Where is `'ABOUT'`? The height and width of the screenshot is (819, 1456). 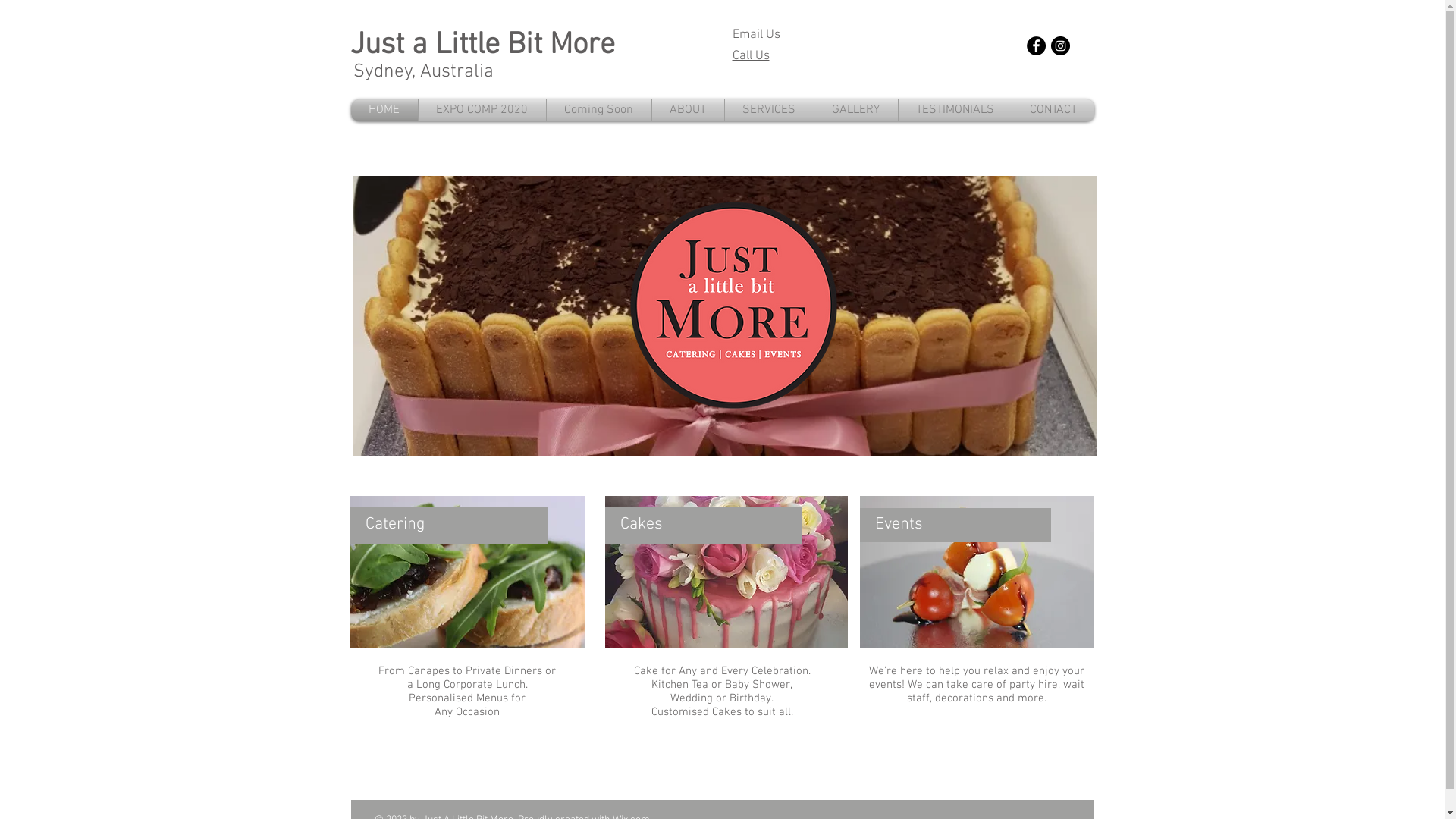
'ABOUT' is located at coordinates (687, 109).